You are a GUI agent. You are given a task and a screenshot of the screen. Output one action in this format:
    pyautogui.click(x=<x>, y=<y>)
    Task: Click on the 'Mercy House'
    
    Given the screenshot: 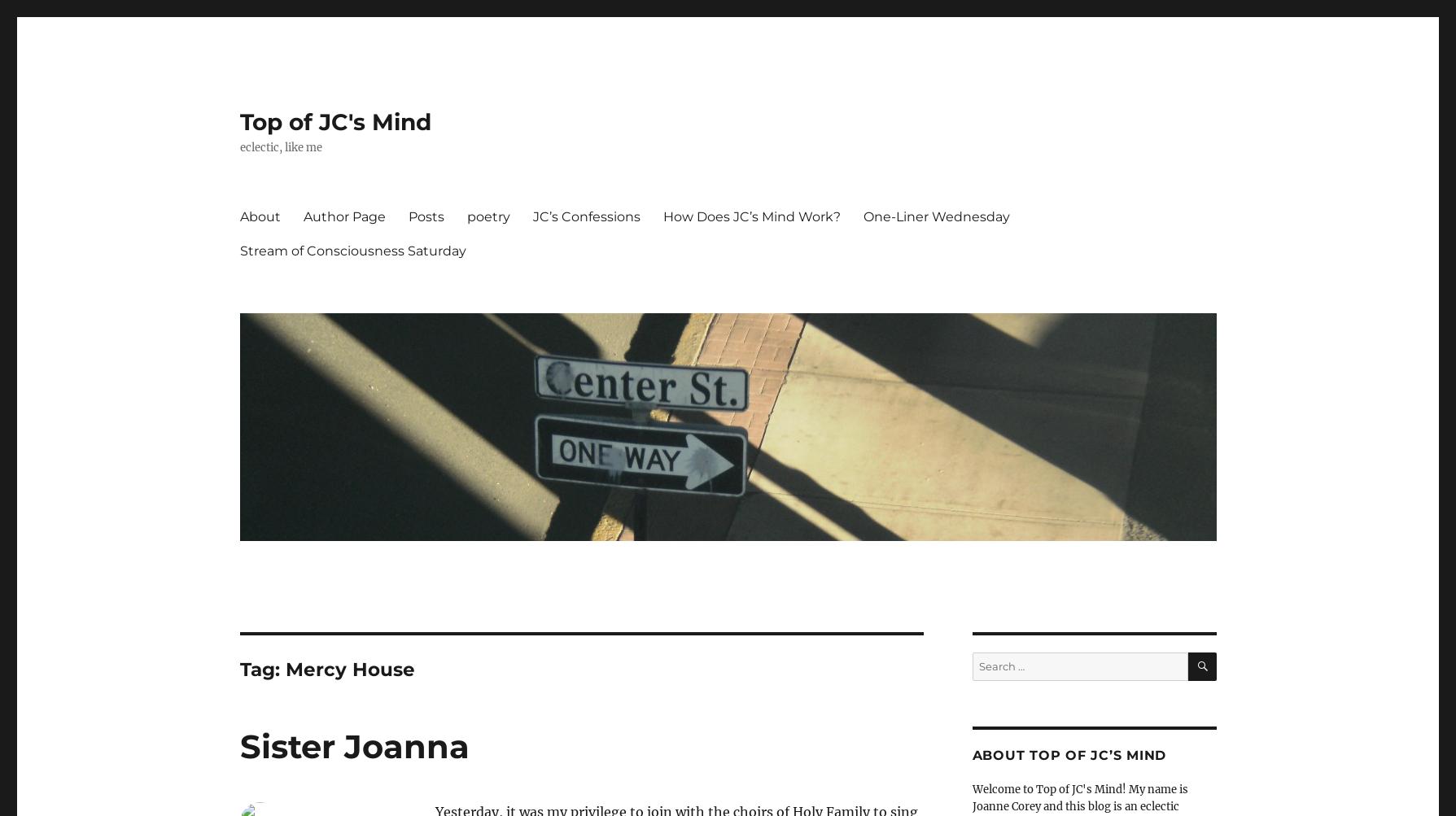 What is the action you would take?
    pyautogui.click(x=348, y=669)
    